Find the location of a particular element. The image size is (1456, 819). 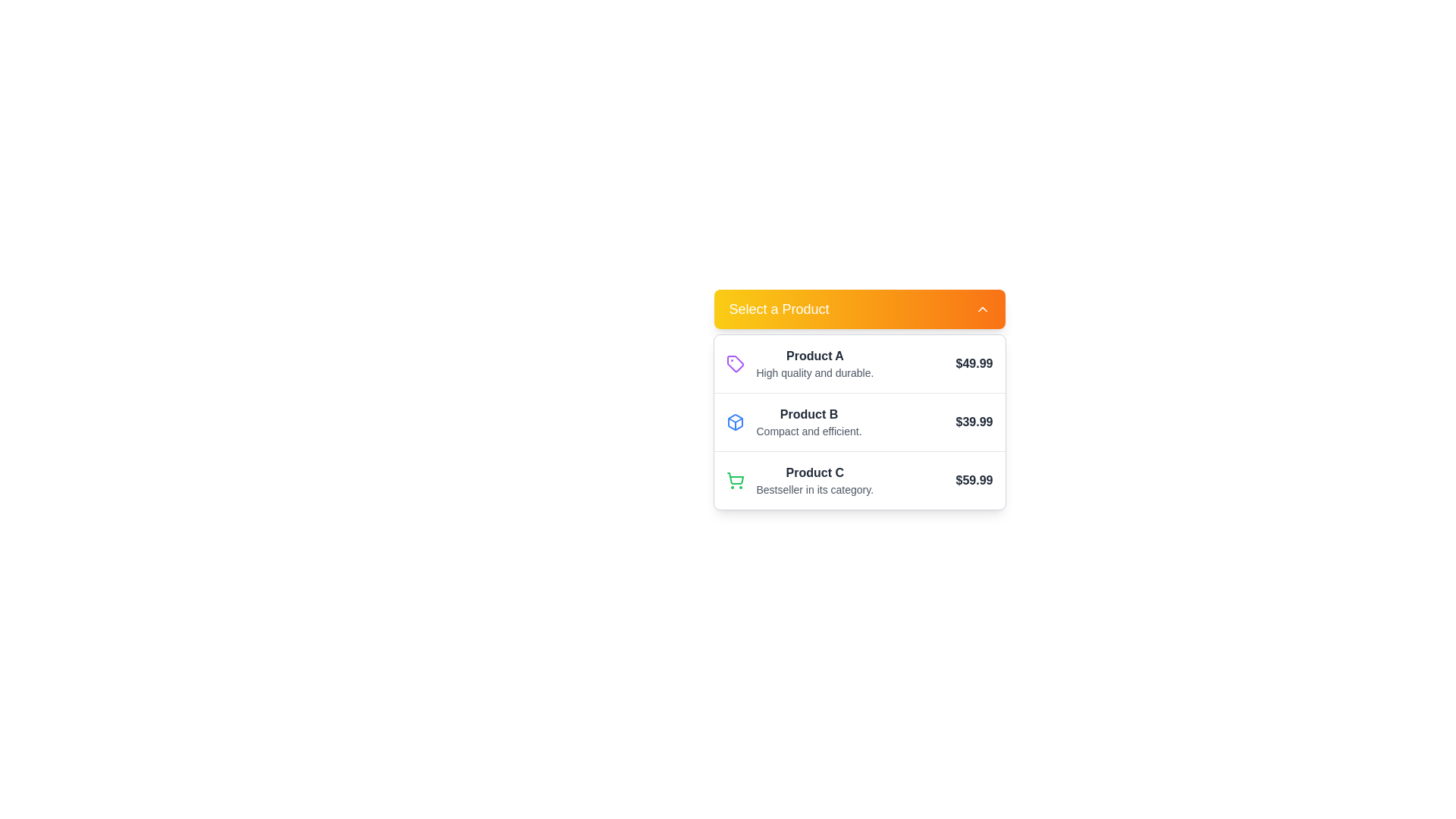

the last item is located at coordinates (859, 480).